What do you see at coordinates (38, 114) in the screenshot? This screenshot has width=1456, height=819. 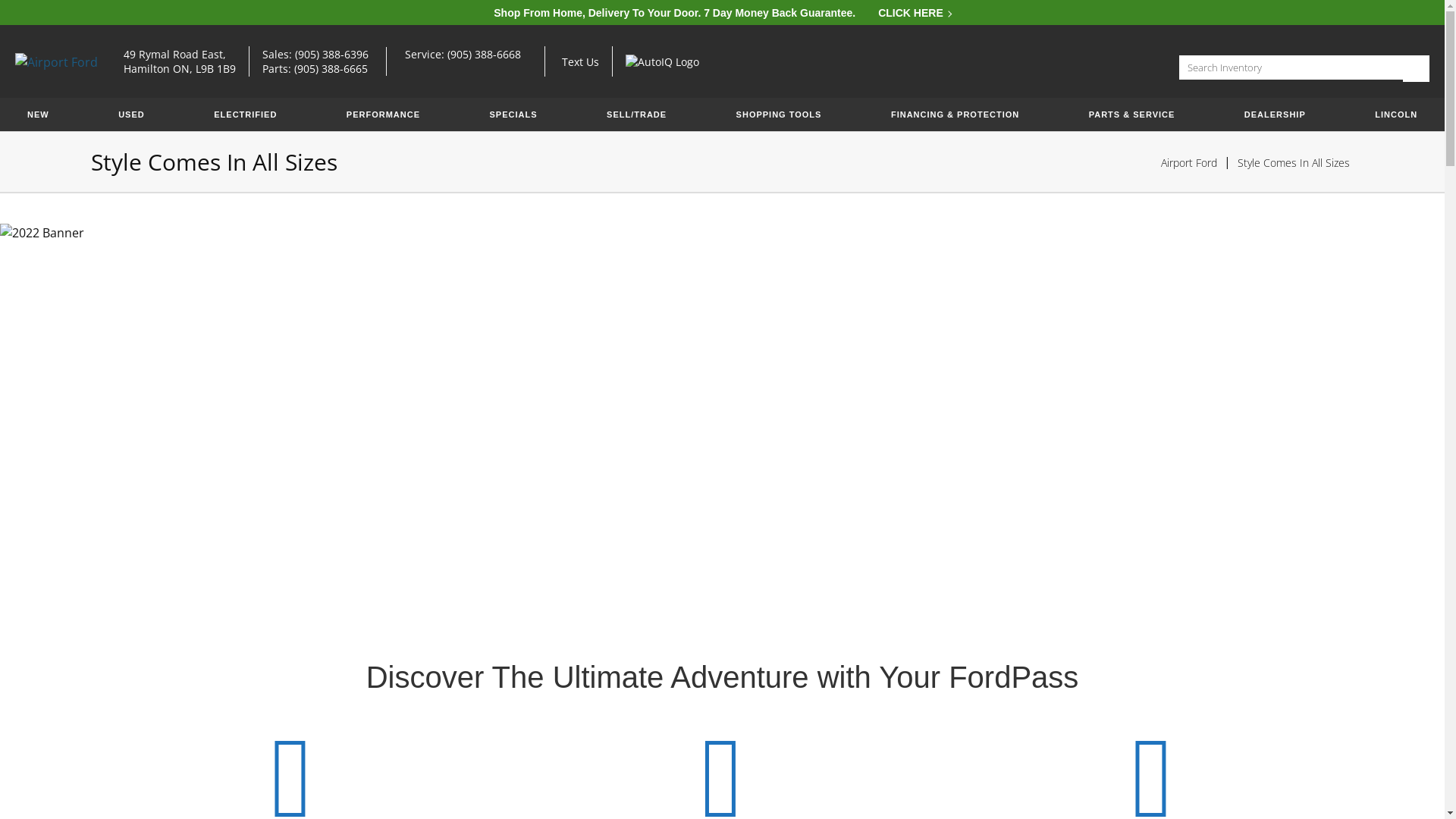 I see `'NEW'` at bounding box center [38, 114].